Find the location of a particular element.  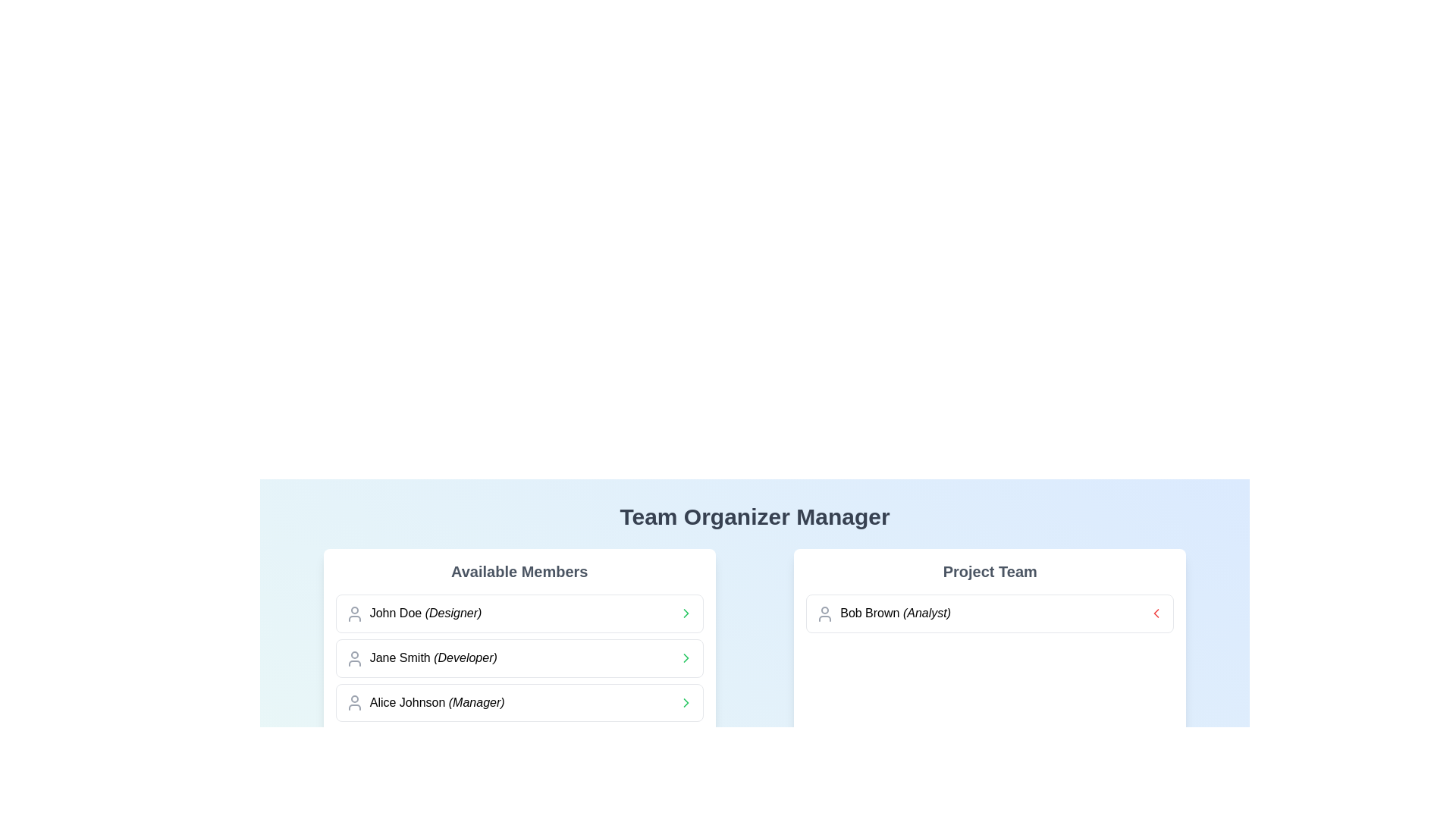

the text label displaying 'Alice Johnson (Manager)' in the third row of the 'Available Members' panel is located at coordinates (407, 701).